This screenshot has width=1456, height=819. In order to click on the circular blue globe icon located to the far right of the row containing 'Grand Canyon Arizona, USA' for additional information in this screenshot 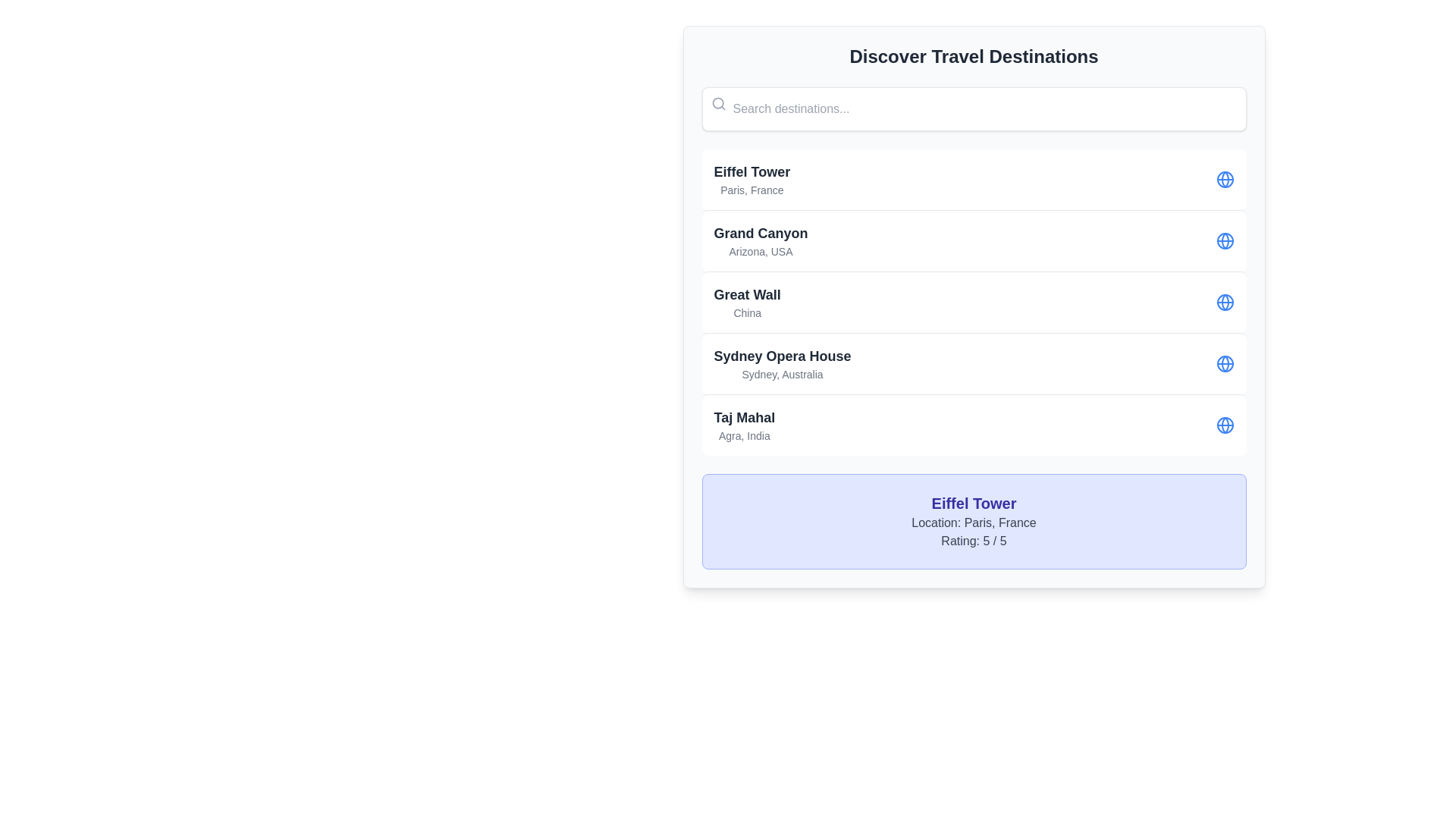, I will do `click(1225, 240)`.